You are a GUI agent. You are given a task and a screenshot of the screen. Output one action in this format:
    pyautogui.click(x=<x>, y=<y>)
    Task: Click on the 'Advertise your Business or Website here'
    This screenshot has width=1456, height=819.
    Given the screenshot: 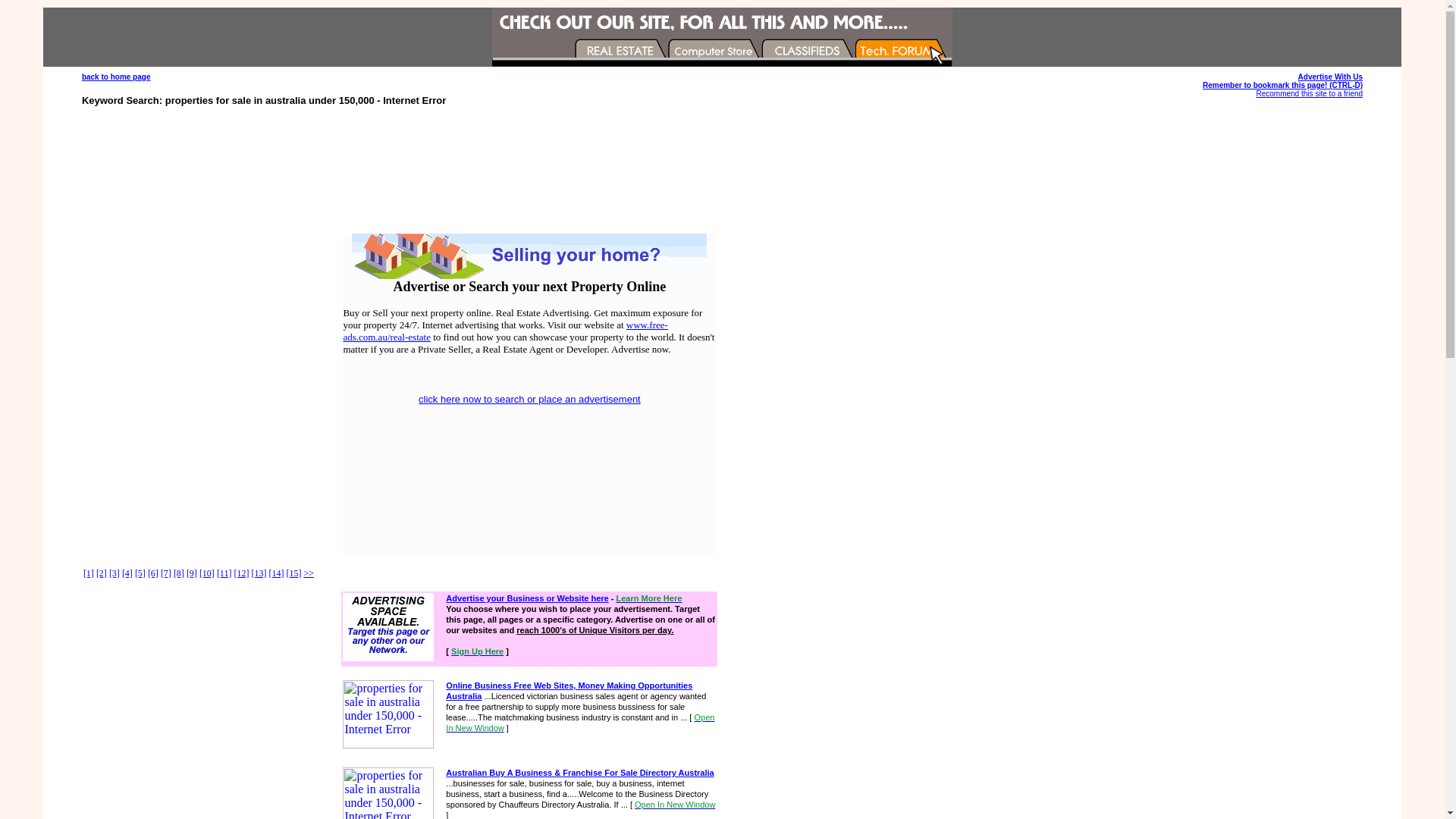 What is the action you would take?
    pyautogui.click(x=527, y=598)
    